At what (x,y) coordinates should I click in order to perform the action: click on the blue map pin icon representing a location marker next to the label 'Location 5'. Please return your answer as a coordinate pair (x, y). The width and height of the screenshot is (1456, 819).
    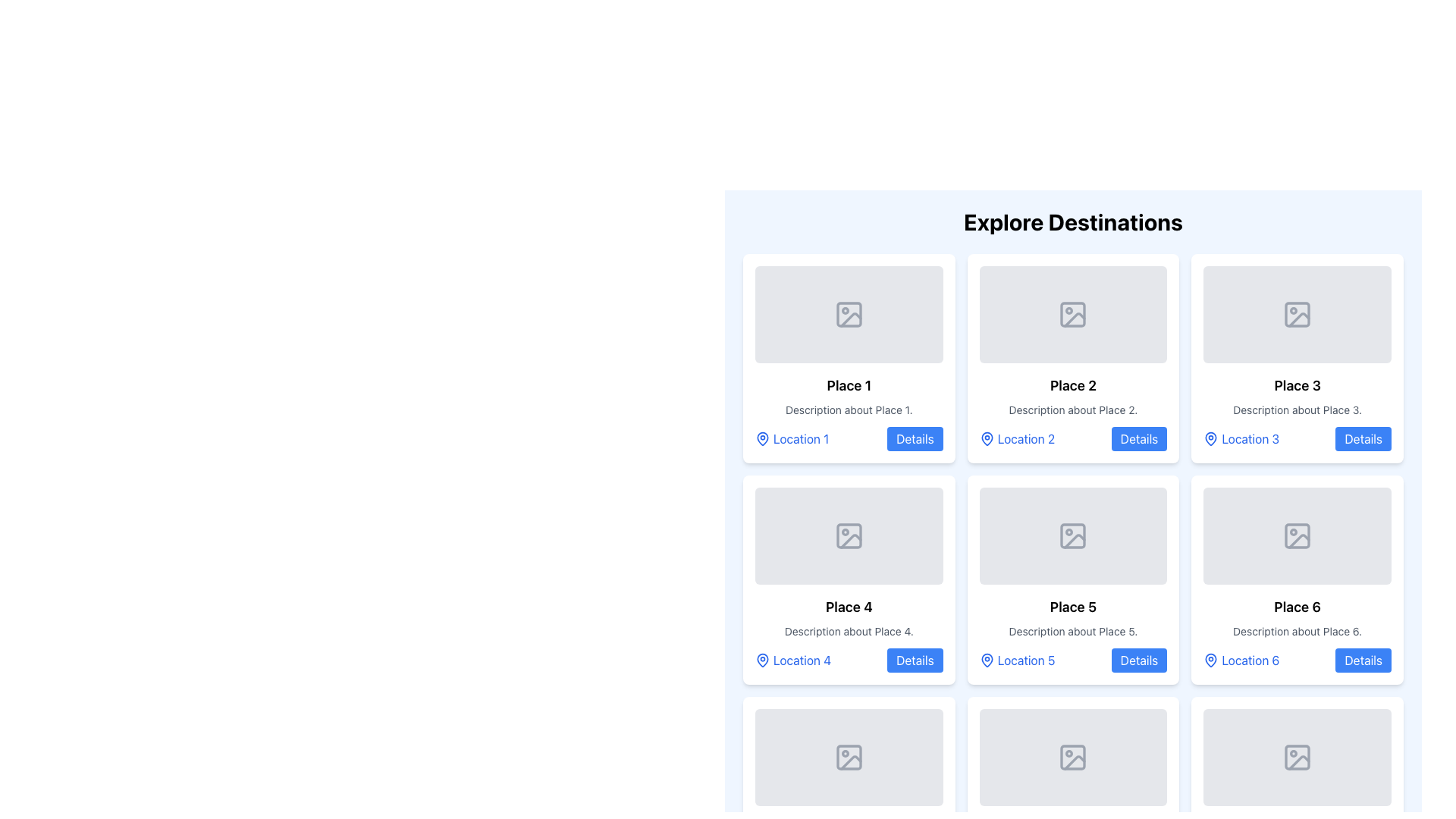
    Looking at the image, I should click on (987, 660).